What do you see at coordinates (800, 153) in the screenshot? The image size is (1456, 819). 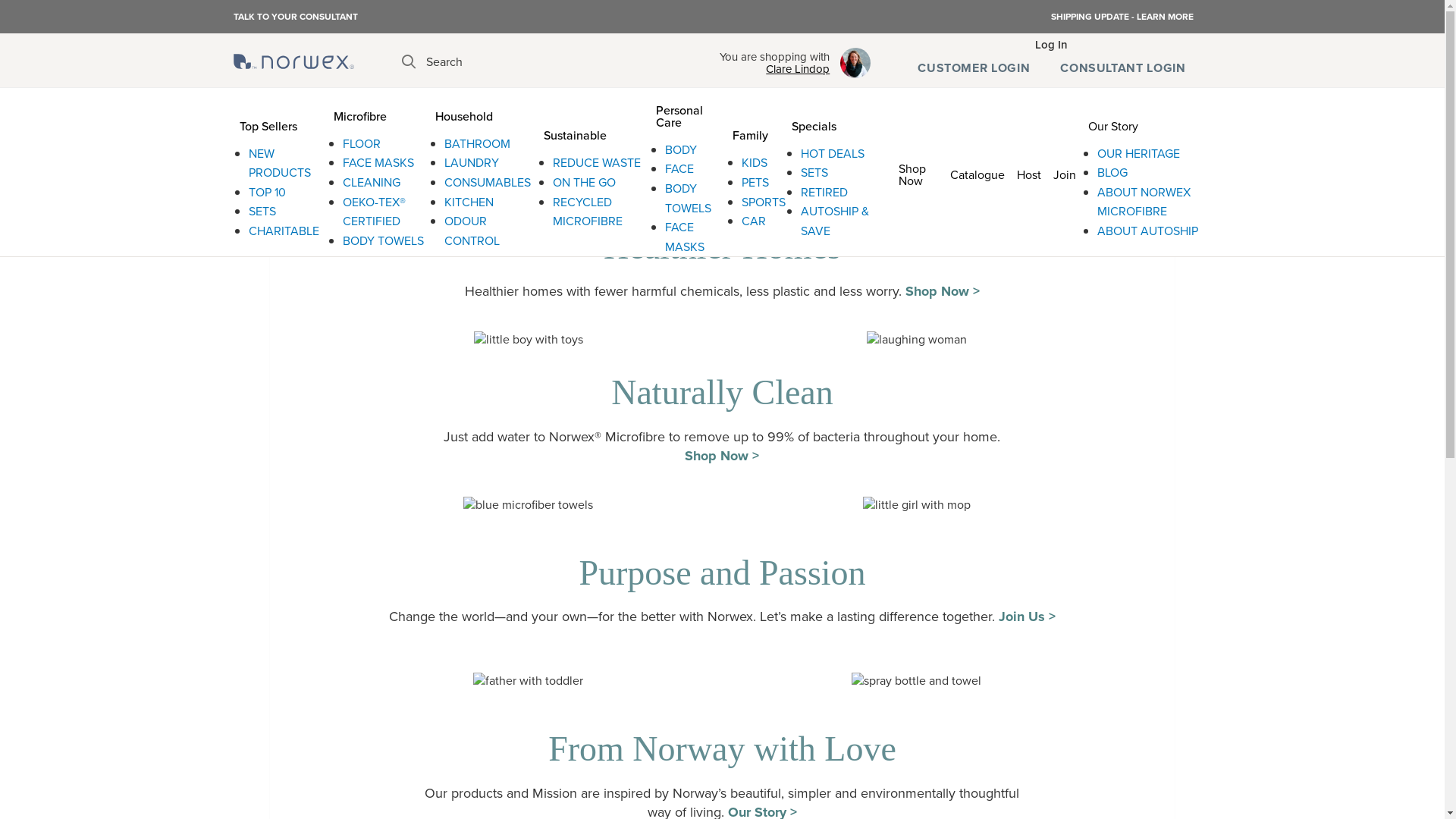 I see `'HOT DEALS'` at bounding box center [800, 153].